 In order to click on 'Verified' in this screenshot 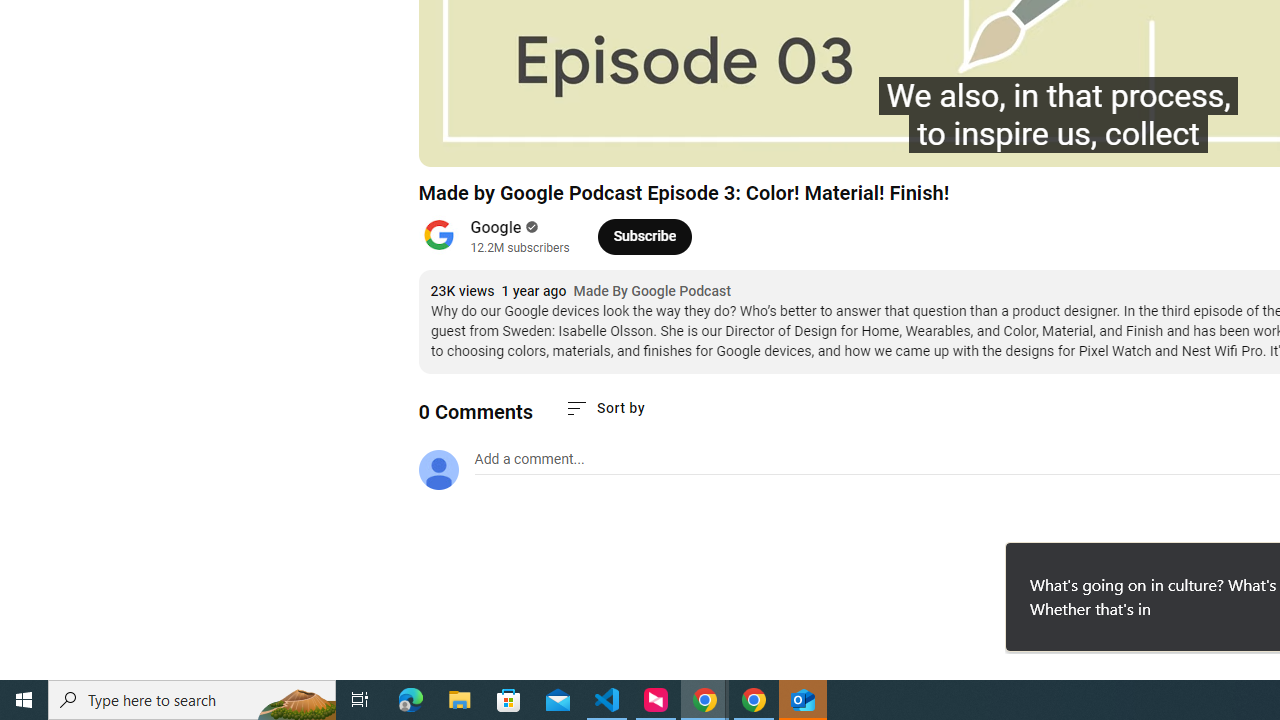, I will do `click(530, 226)`.